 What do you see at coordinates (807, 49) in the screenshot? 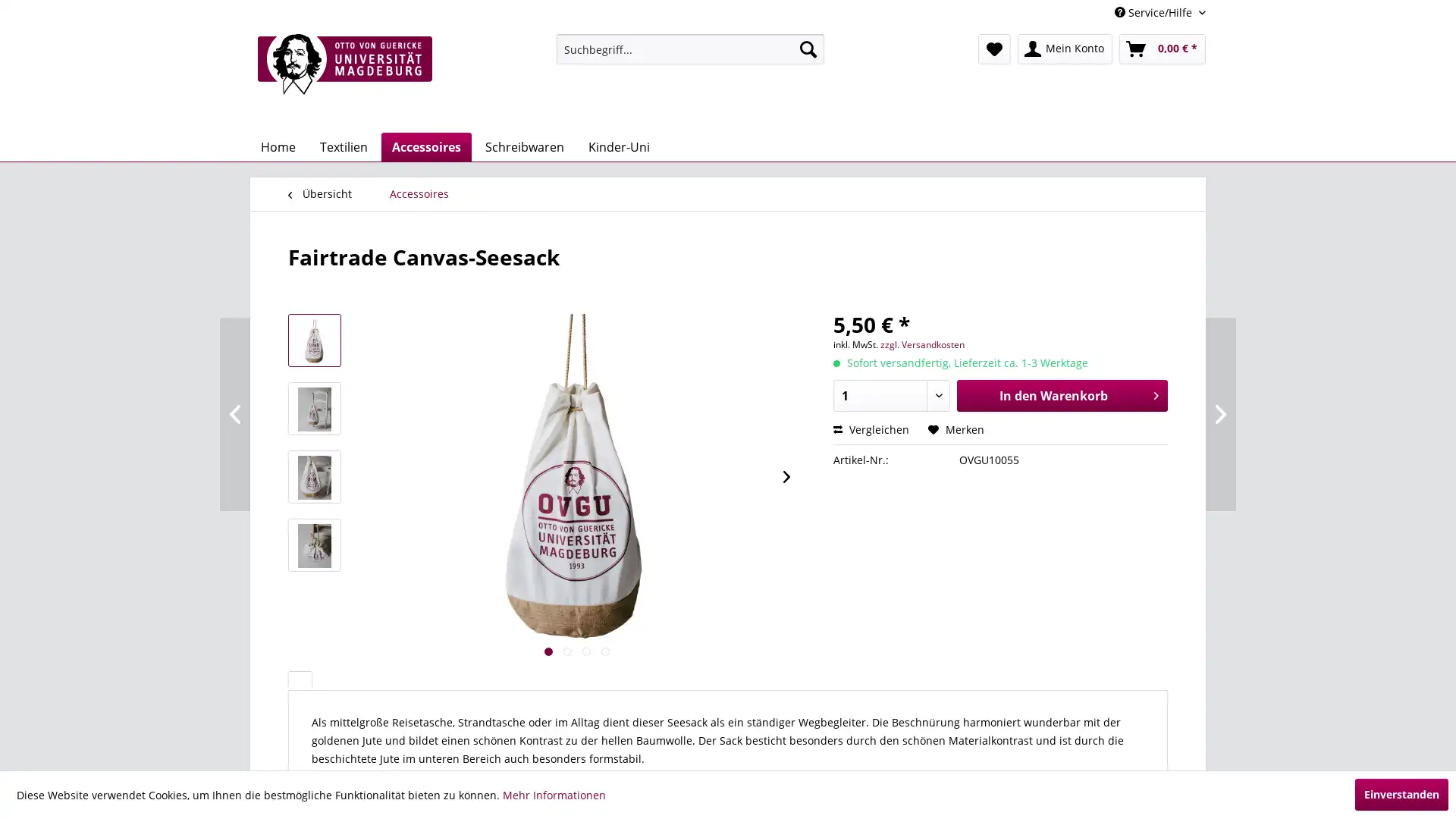
I see `Suchen` at bounding box center [807, 49].